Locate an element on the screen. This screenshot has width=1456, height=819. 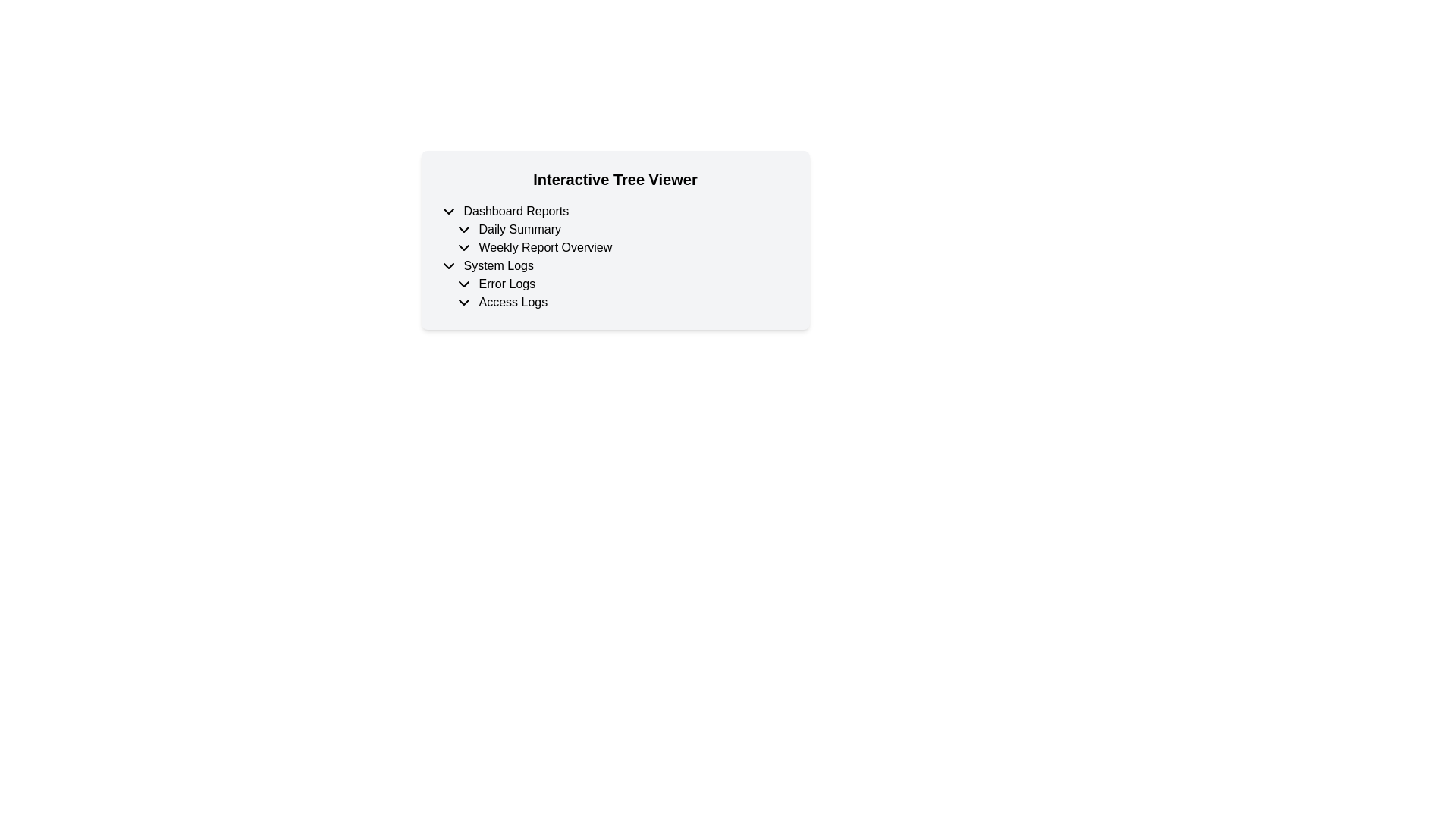
the 'Daily Summary' expandable tree item is located at coordinates (615, 230).